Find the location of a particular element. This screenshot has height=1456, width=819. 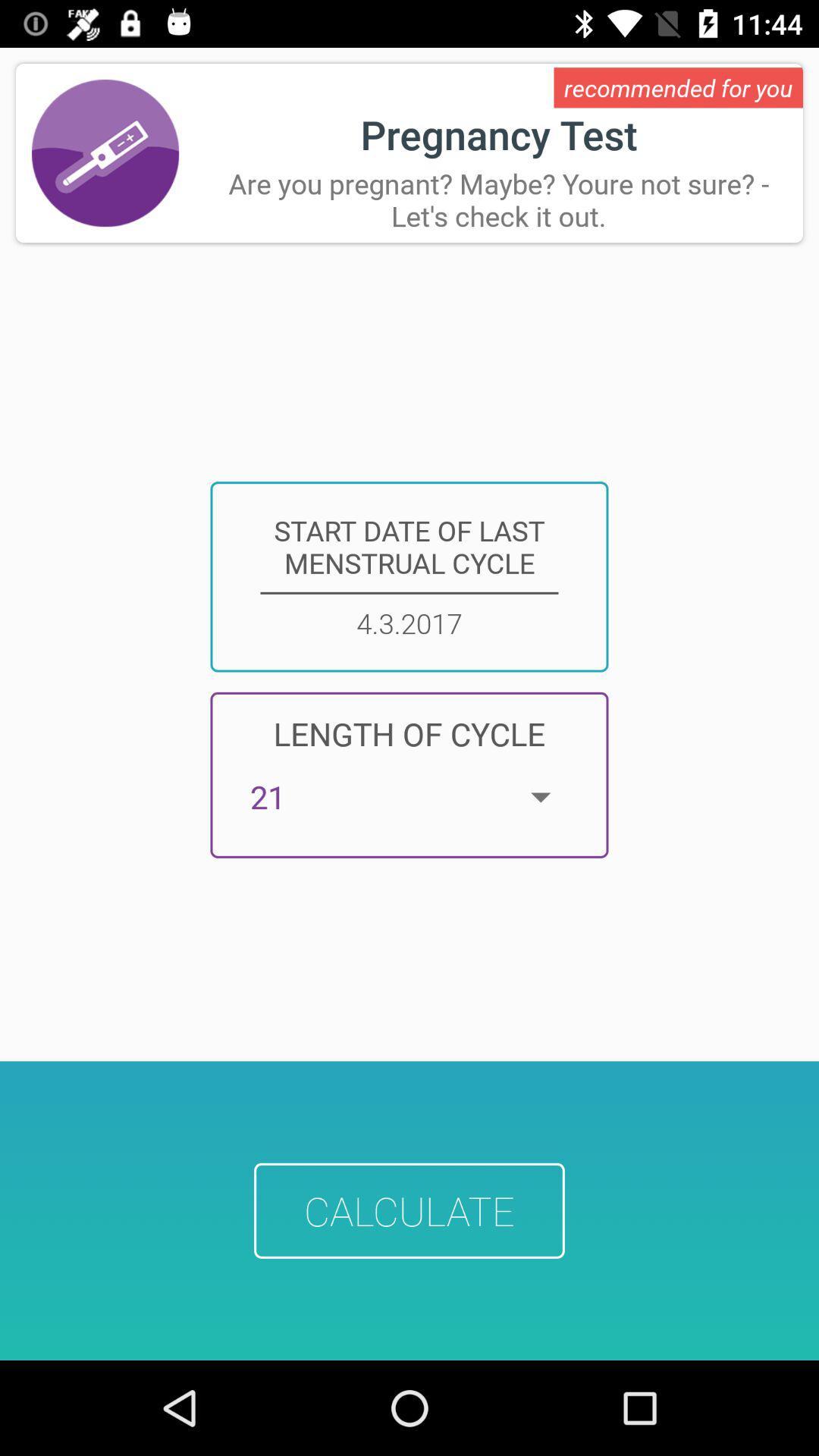

item below 21 app is located at coordinates (409, 1210).